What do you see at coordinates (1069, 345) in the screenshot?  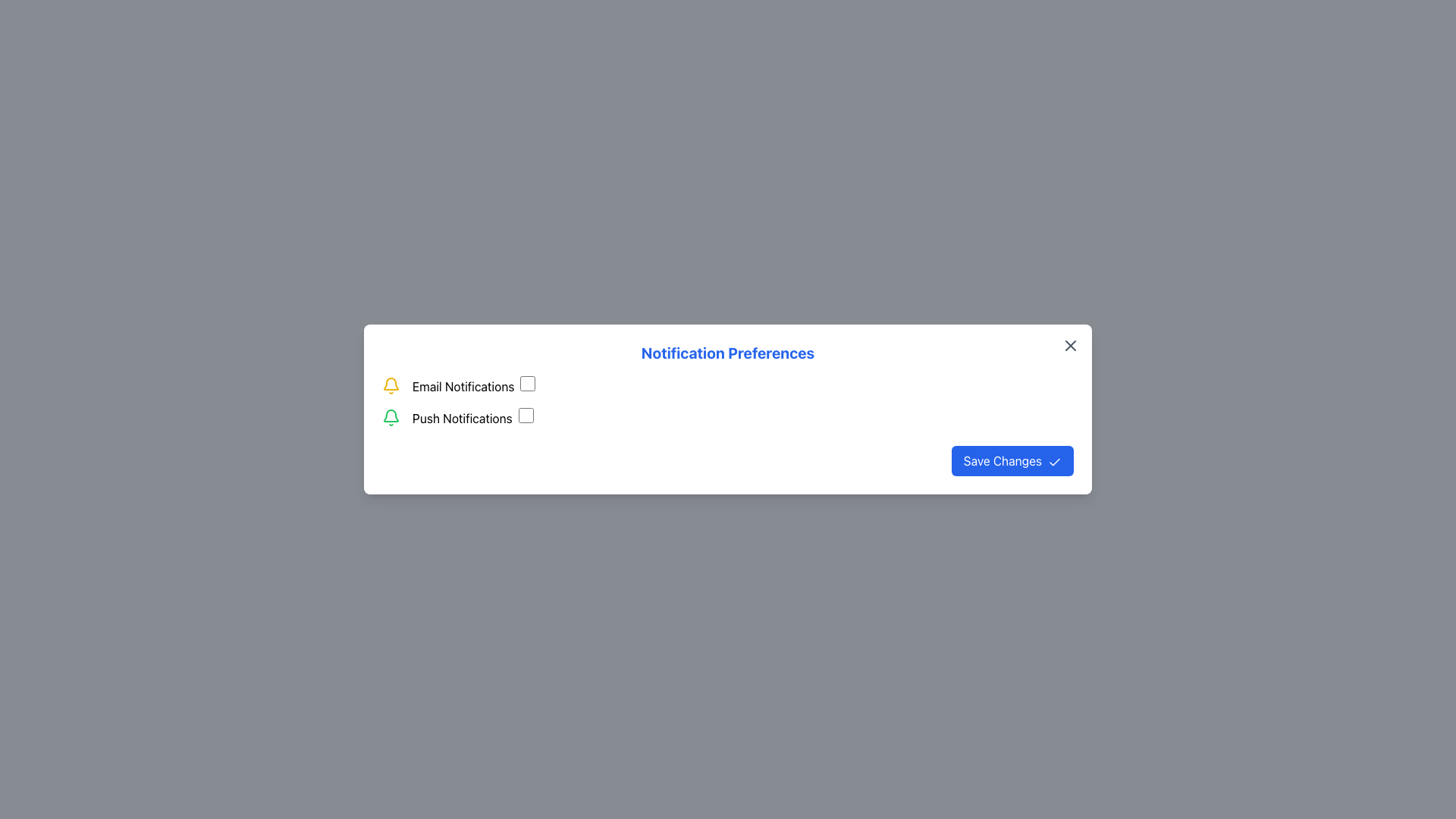 I see `the 'X' icon in the top-right corner of the notification preferences modal box` at bounding box center [1069, 345].